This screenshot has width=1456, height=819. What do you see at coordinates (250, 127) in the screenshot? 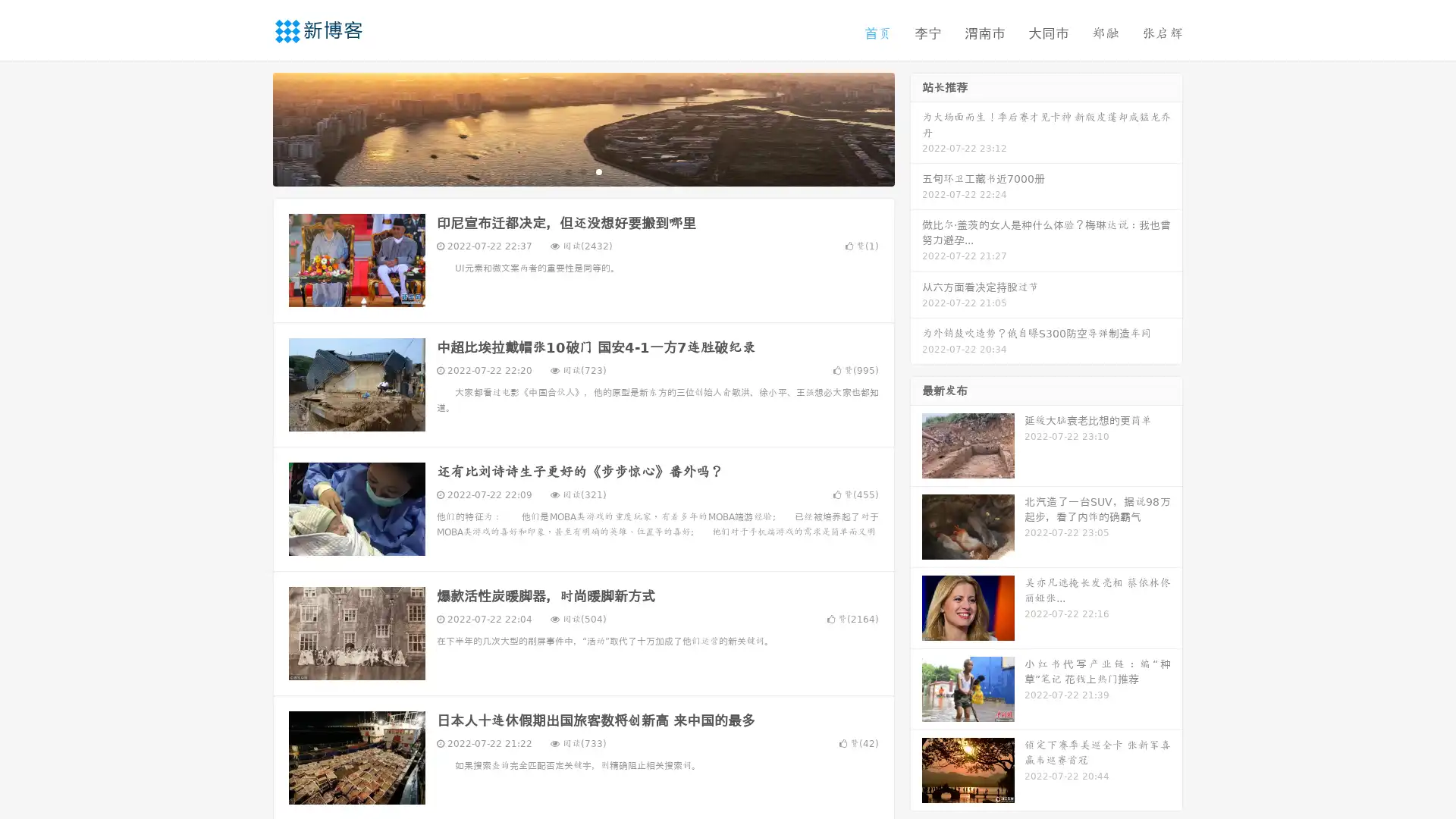
I see `Previous slide` at bounding box center [250, 127].